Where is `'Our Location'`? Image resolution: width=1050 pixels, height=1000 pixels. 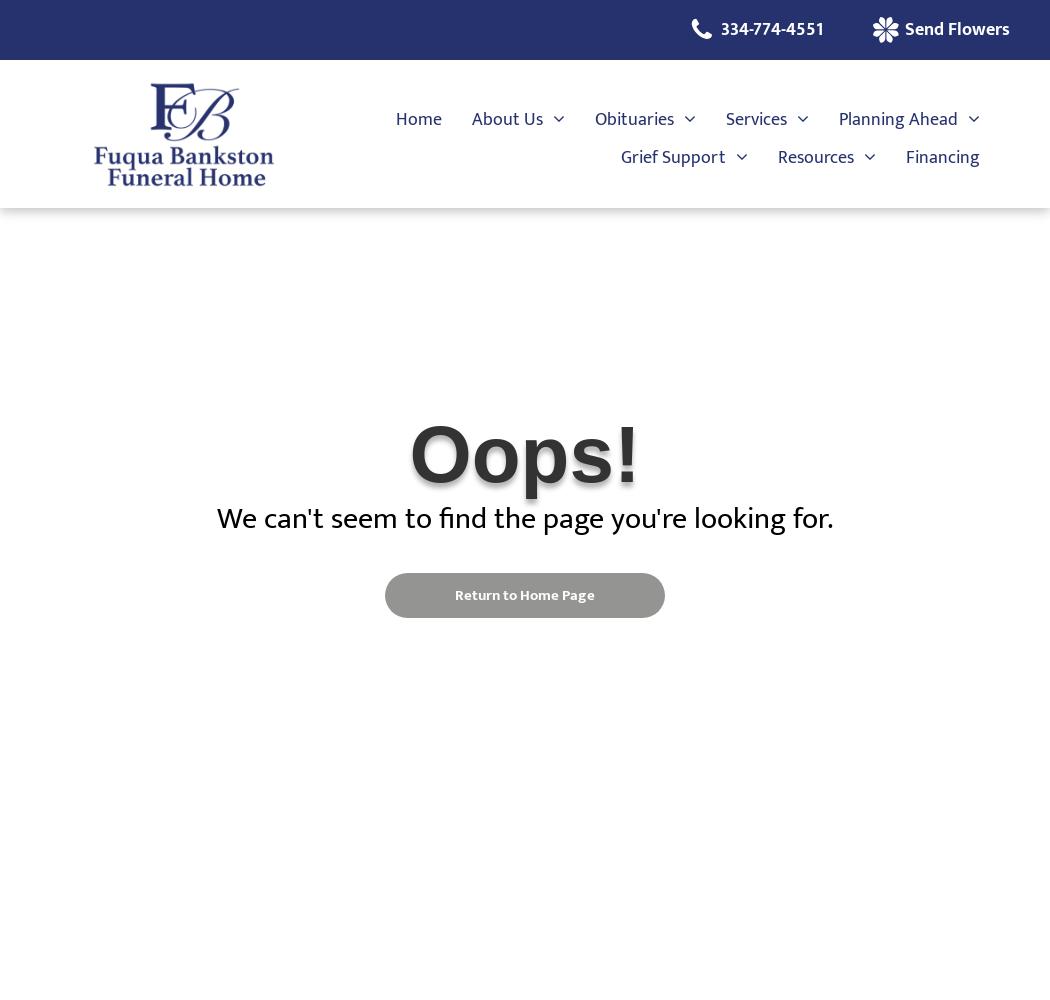
'Our Location' is located at coordinates (486, 316).